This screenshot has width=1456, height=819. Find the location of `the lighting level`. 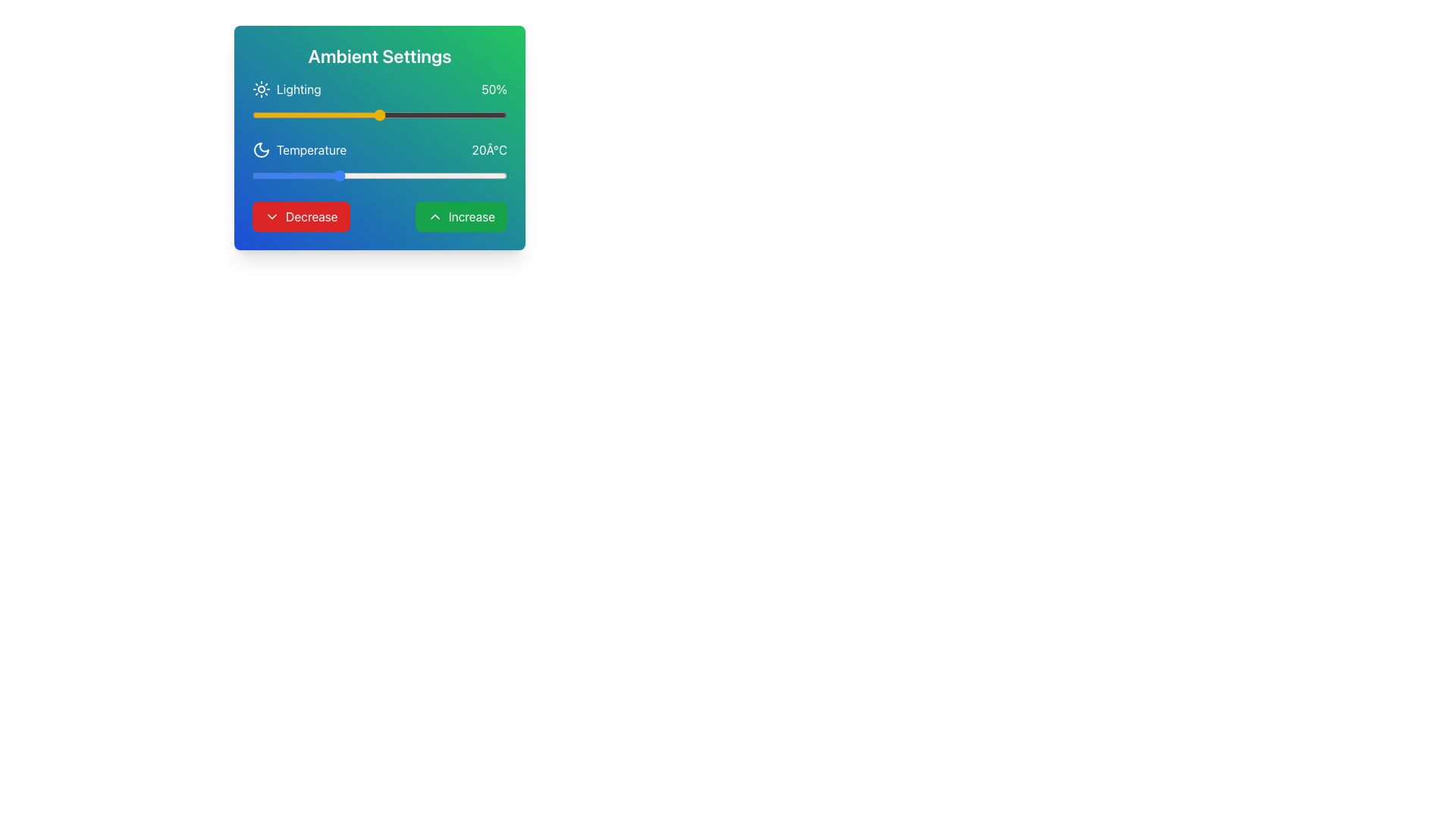

the lighting level is located at coordinates (333, 114).